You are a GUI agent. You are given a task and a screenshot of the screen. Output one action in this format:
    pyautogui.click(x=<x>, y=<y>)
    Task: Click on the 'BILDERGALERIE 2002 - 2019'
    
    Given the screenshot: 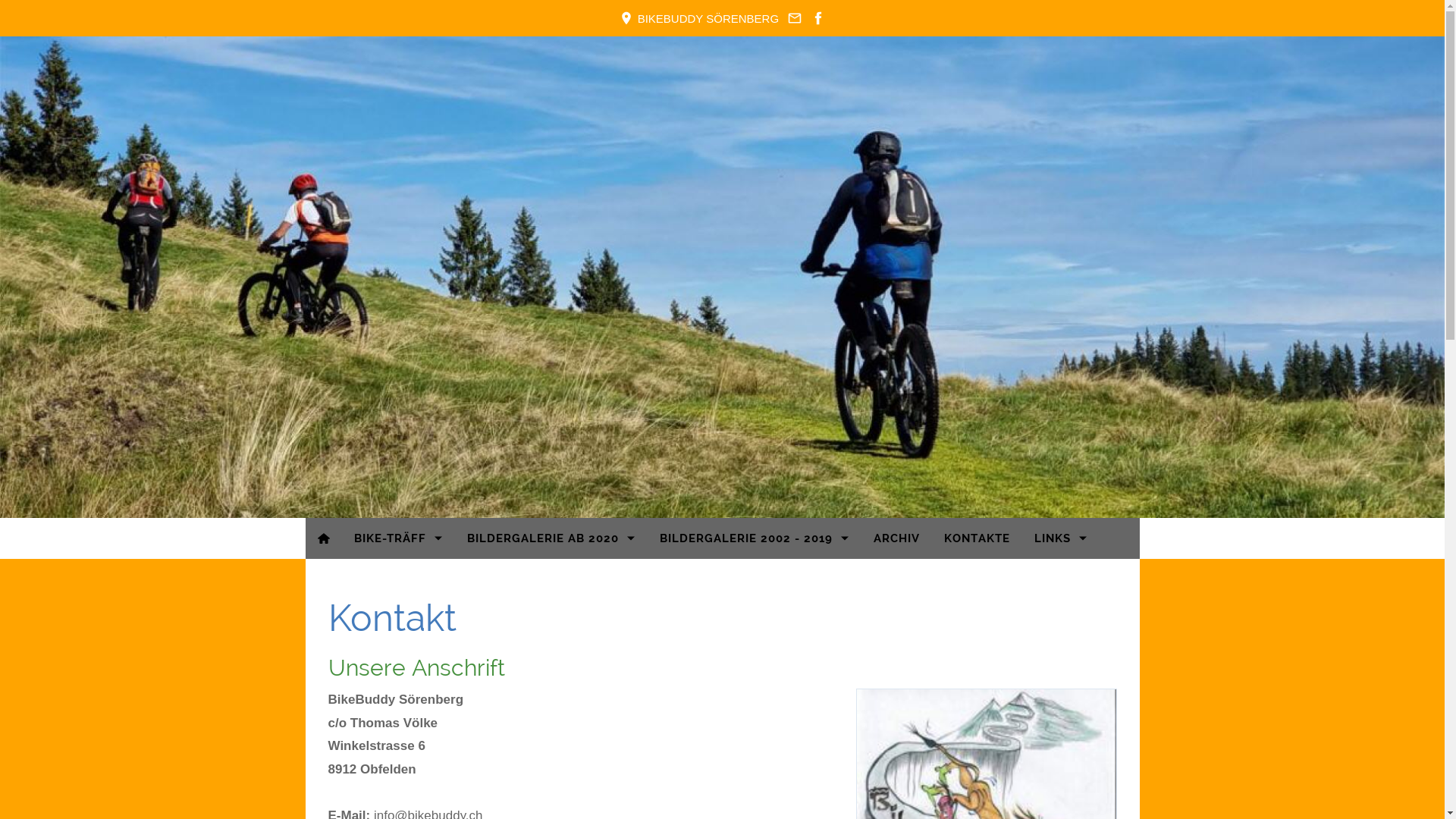 What is the action you would take?
    pyautogui.click(x=754, y=537)
    